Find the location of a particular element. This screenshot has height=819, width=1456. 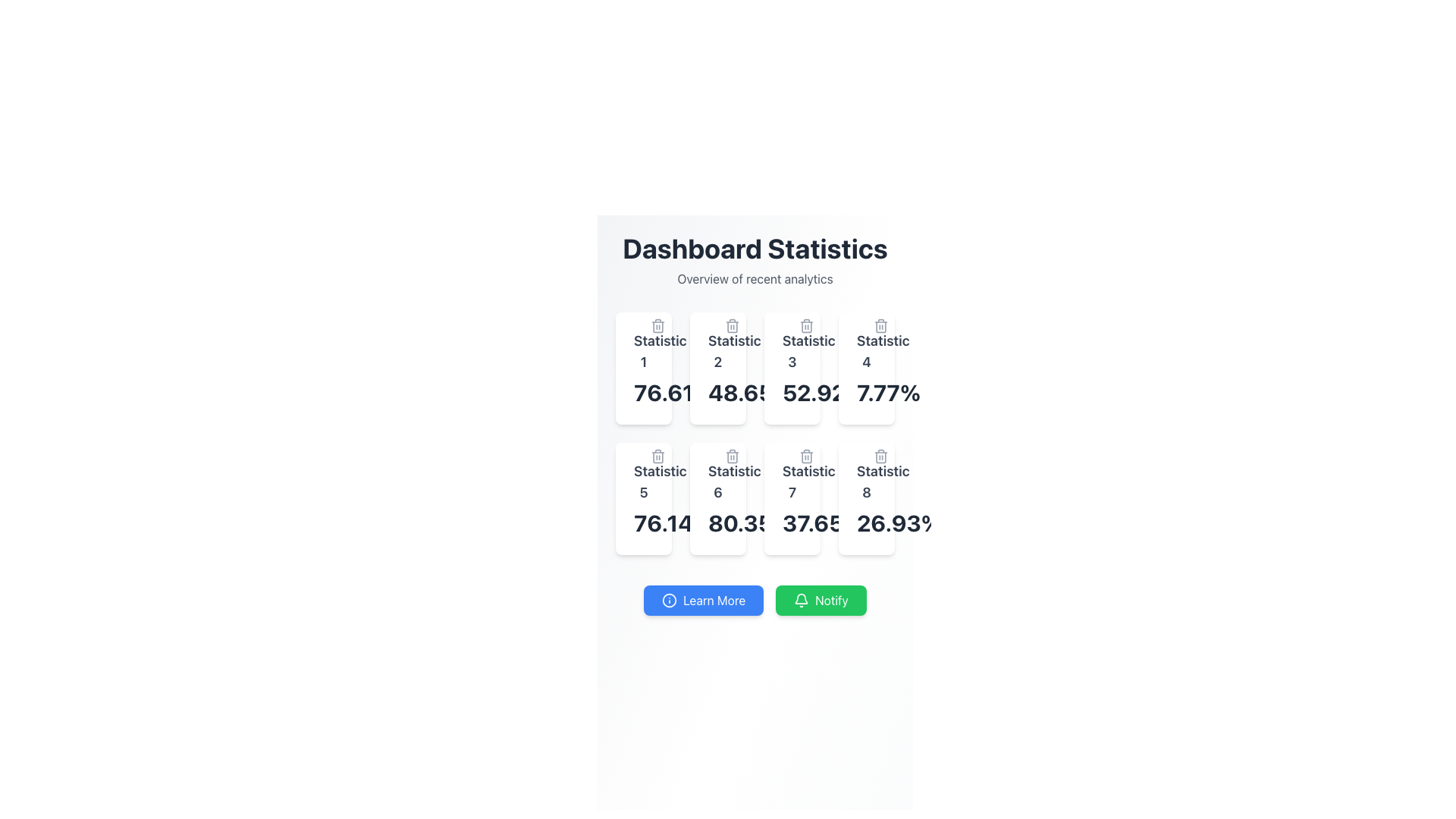

the trash icon located in the upper right corner of the 'Statistic 2' card is located at coordinates (732, 325).